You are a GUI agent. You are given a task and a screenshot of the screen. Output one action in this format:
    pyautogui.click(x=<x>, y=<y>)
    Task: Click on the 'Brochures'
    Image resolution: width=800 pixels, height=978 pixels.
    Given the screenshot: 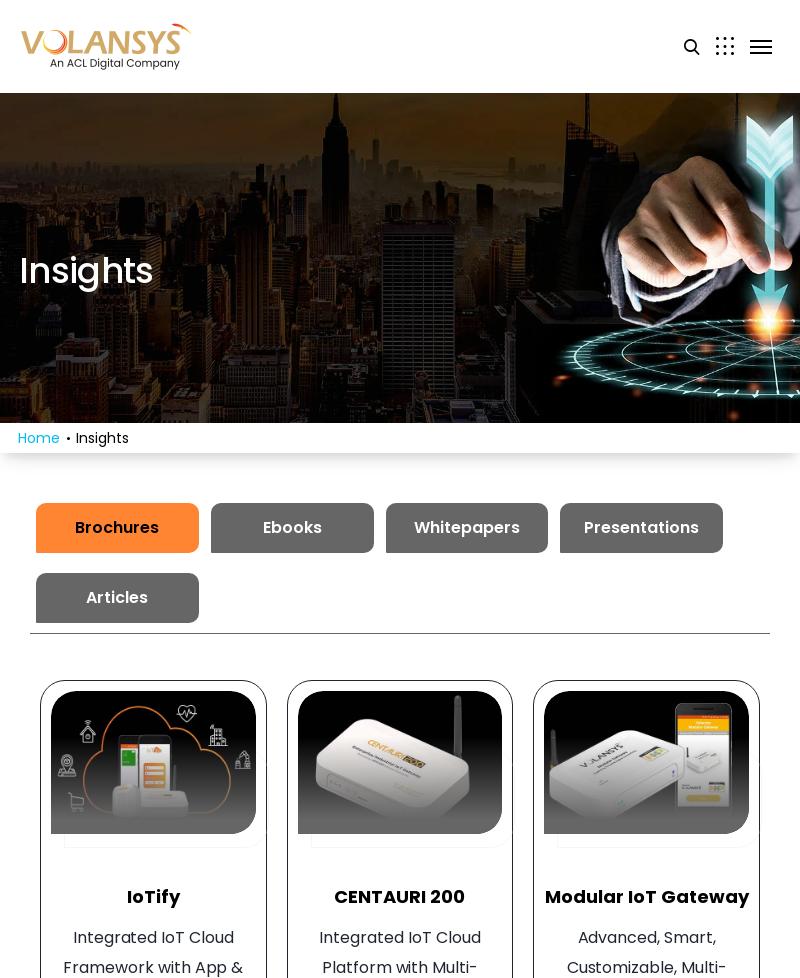 What is the action you would take?
    pyautogui.click(x=75, y=527)
    